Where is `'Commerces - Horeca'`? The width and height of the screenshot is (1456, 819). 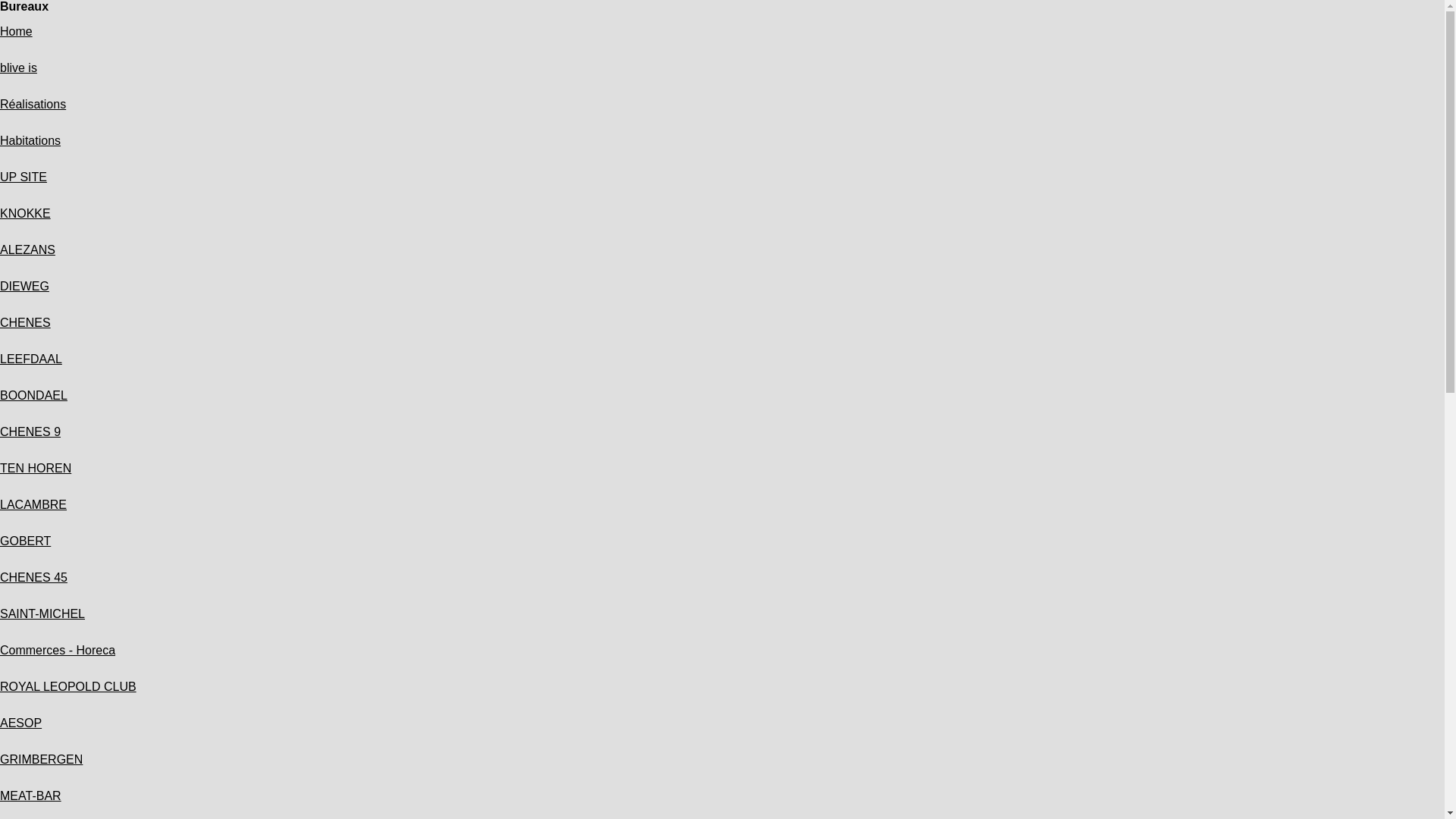
'Commerces - Horeca' is located at coordinates (58, 649).